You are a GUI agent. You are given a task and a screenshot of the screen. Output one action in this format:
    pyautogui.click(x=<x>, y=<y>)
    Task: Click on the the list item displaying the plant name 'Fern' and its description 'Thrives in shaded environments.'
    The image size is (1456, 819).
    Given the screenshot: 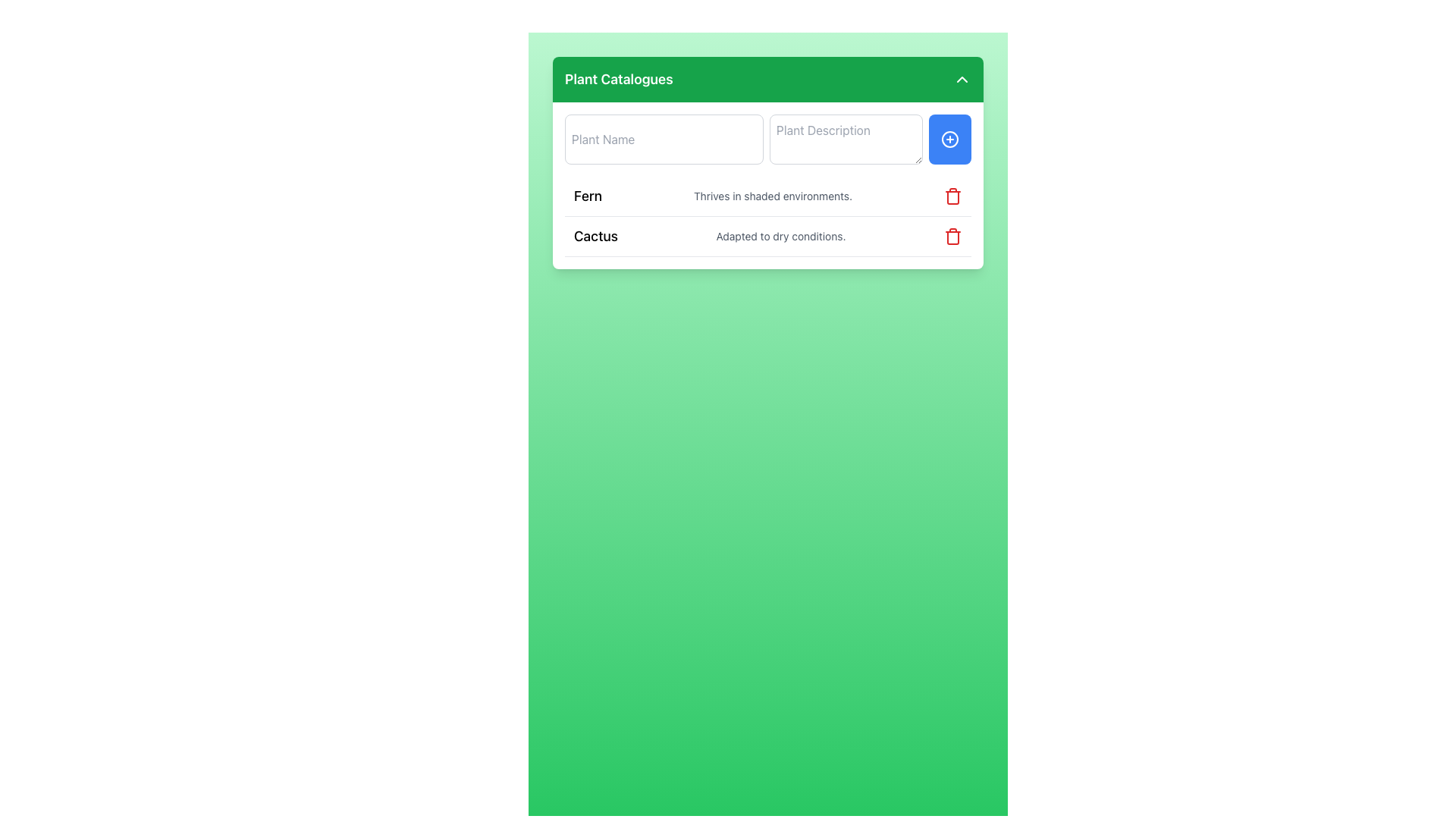 What is the action you would take?
    pyautogui.click(x=767, y=196)
    